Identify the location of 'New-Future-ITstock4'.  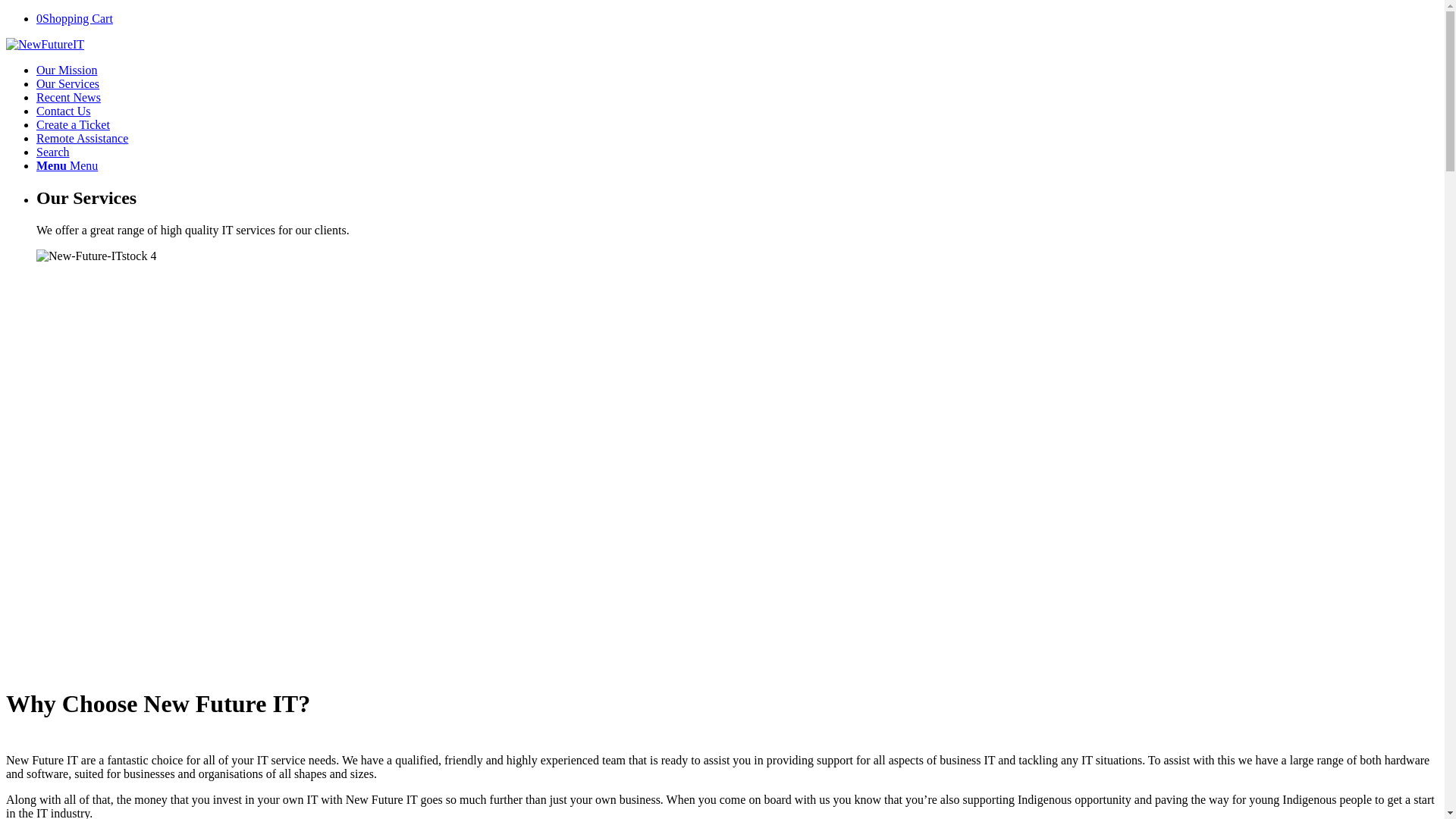
(95, 256).